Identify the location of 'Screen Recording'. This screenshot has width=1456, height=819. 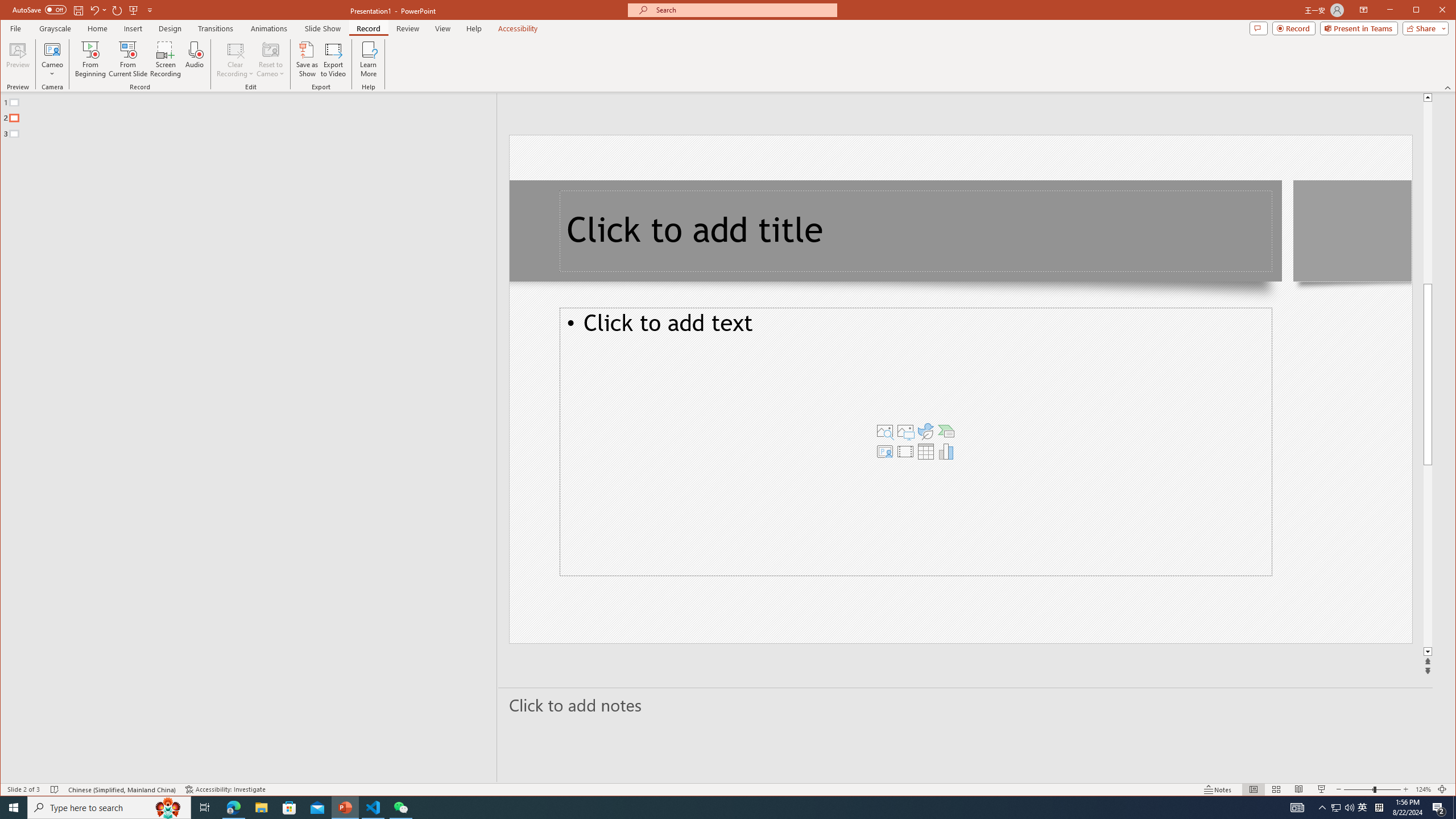
(164, 59).